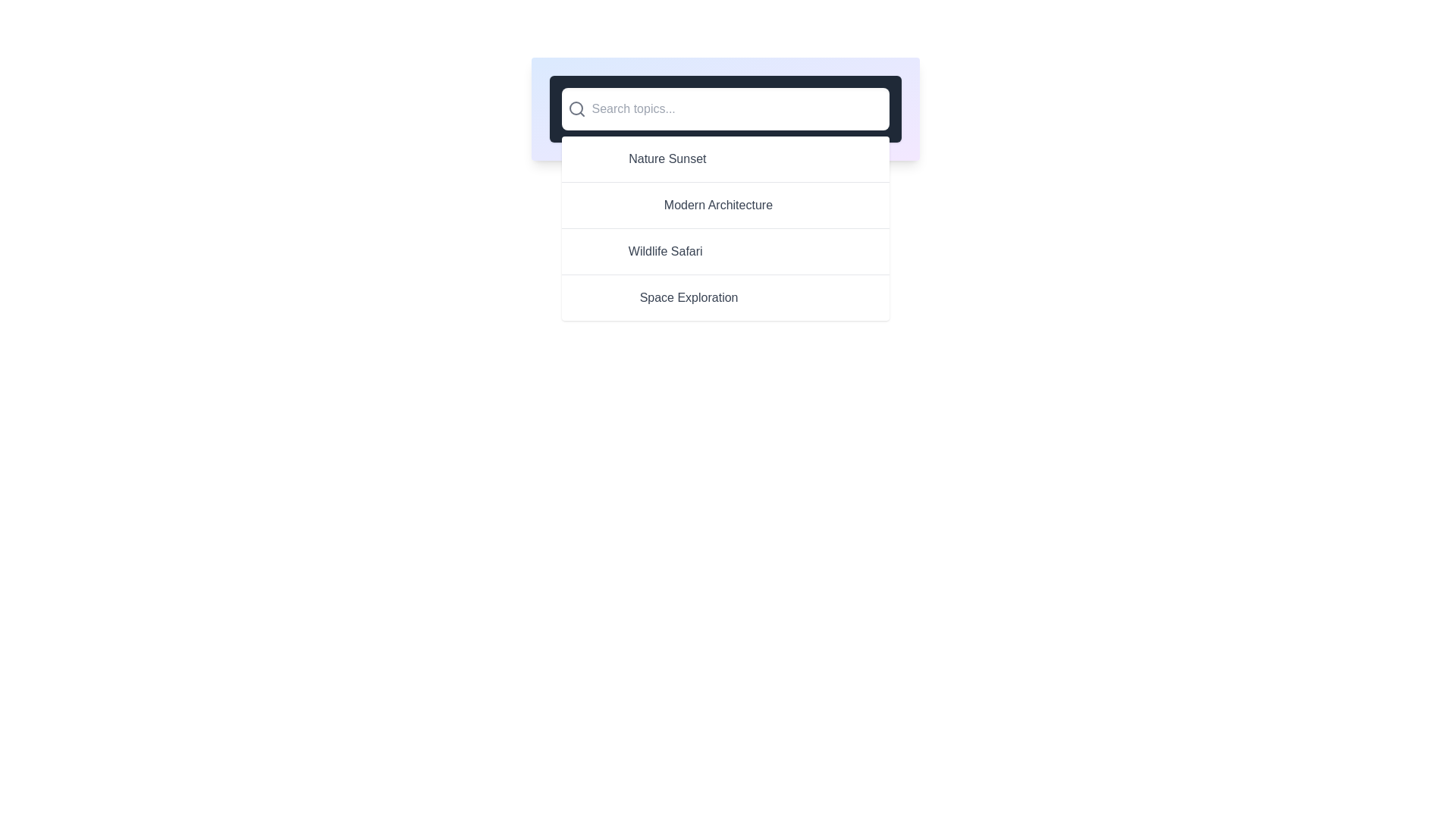 Image resolution: width=1456 pixels, height=819 pixels. What do you see at coordinates (724, 205) in the screenshot?
I see `the second selectable item in the dropdown menu, which is located directly below 'Nature Sunset' and above 'Wildlife Safari'` at bounding box center [724, 205].